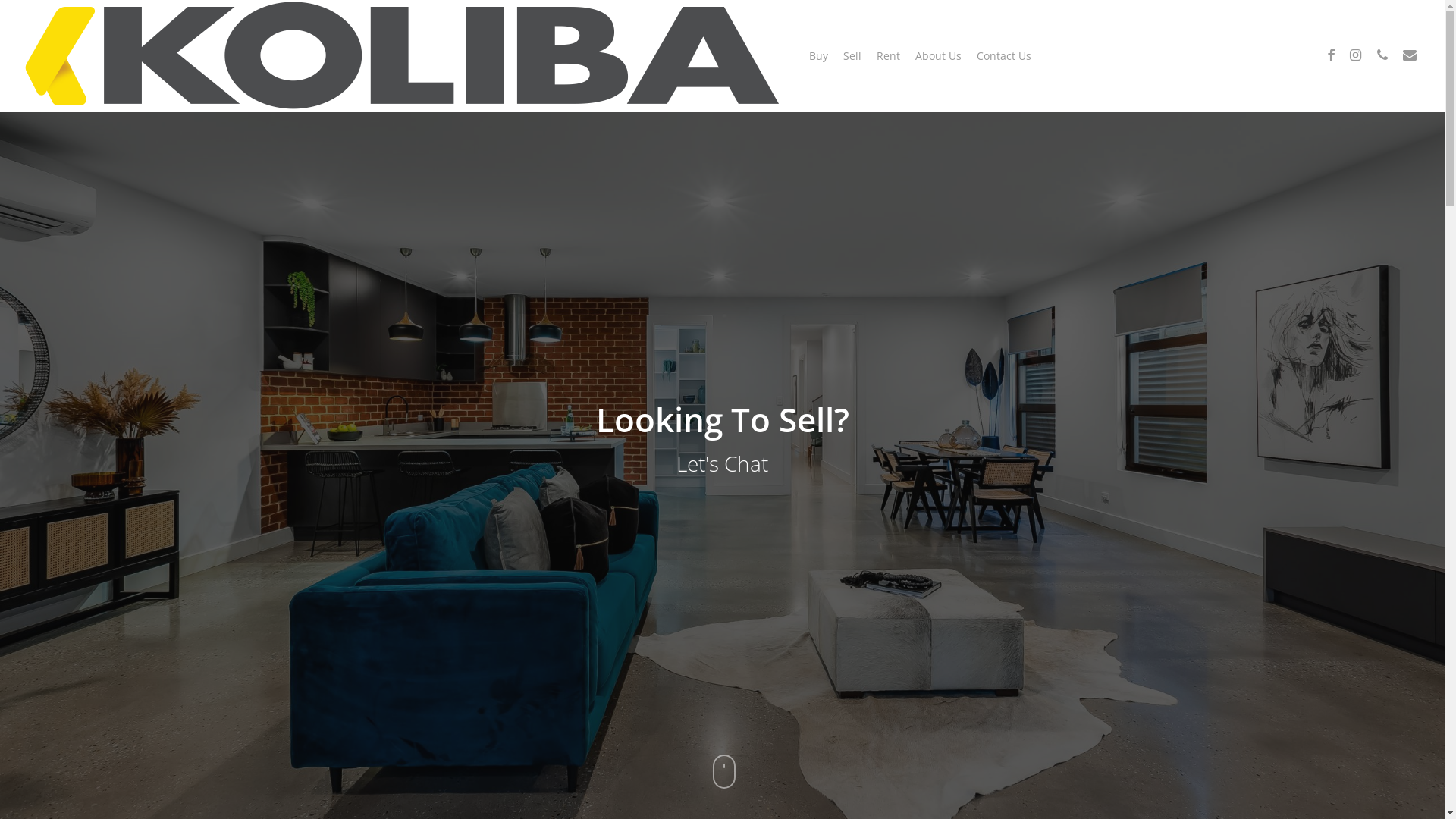  Describe the element at coordinates (937, 55) in the screenshot. I see `'About Us'` at that location.